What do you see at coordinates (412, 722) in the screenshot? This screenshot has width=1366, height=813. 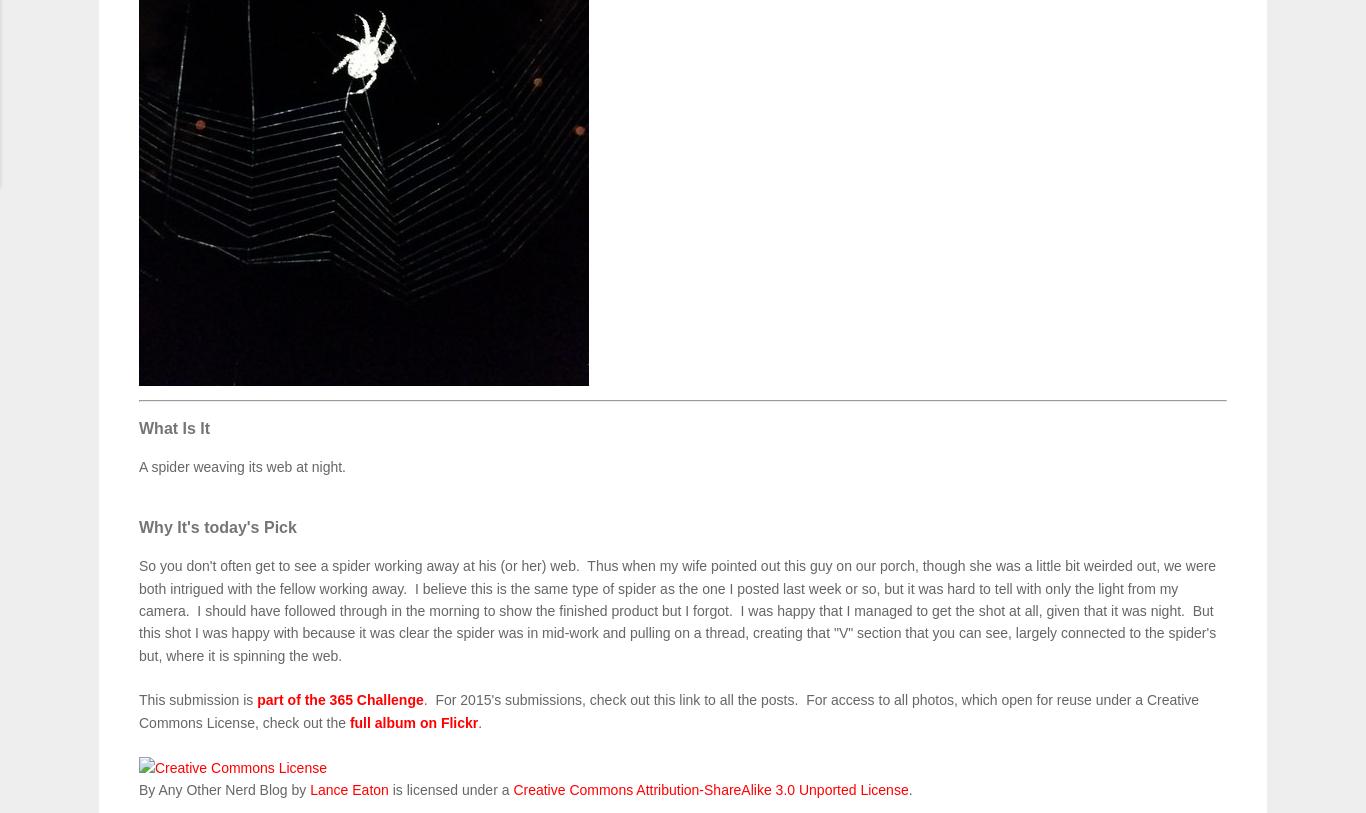 I see `'full album on Flickr'` at bounding box center [412, 722].